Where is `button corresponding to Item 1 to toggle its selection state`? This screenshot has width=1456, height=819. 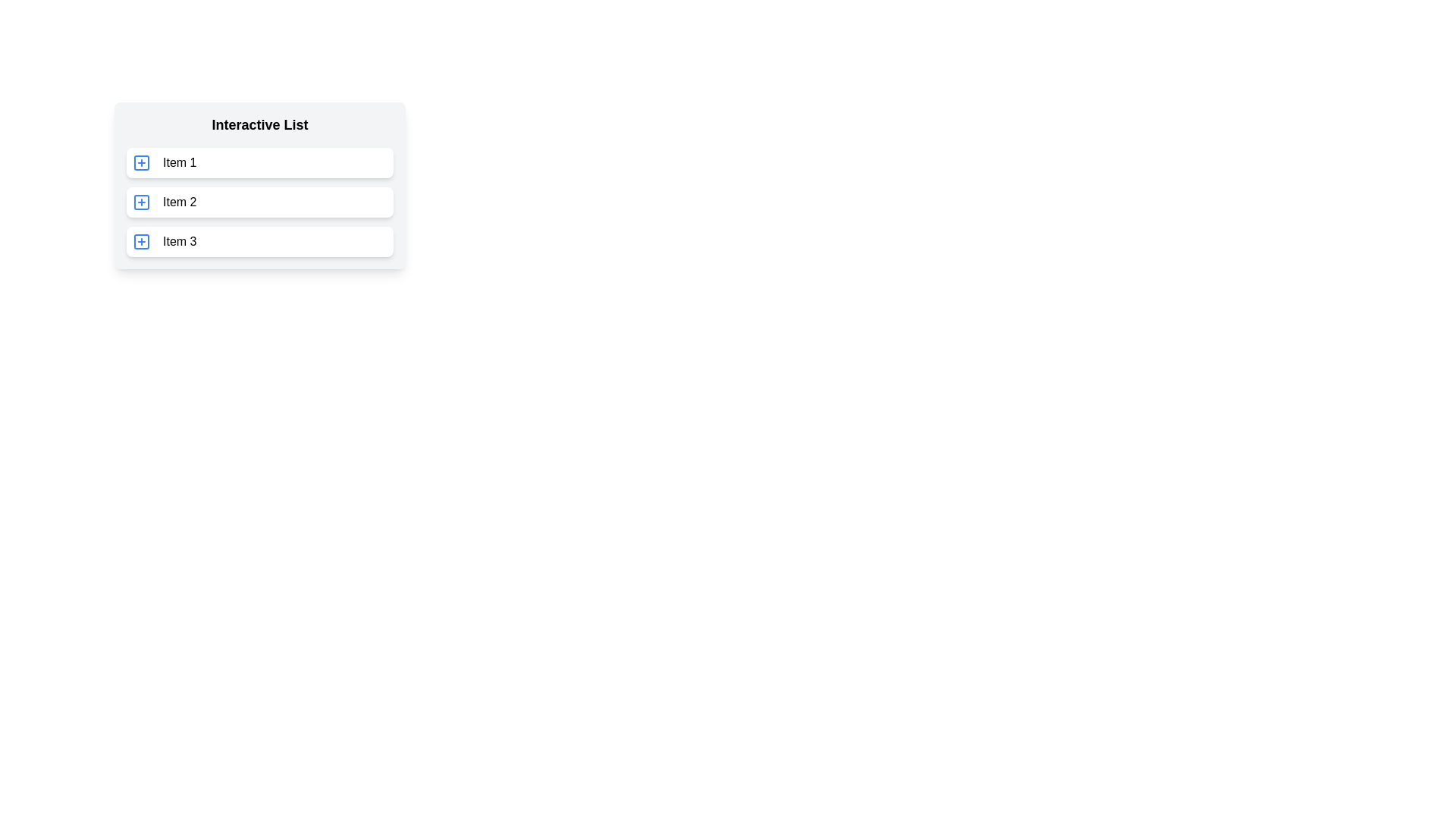
button corresponding to Item 1 to toggle its selection state is located at coordinates (142, 163).